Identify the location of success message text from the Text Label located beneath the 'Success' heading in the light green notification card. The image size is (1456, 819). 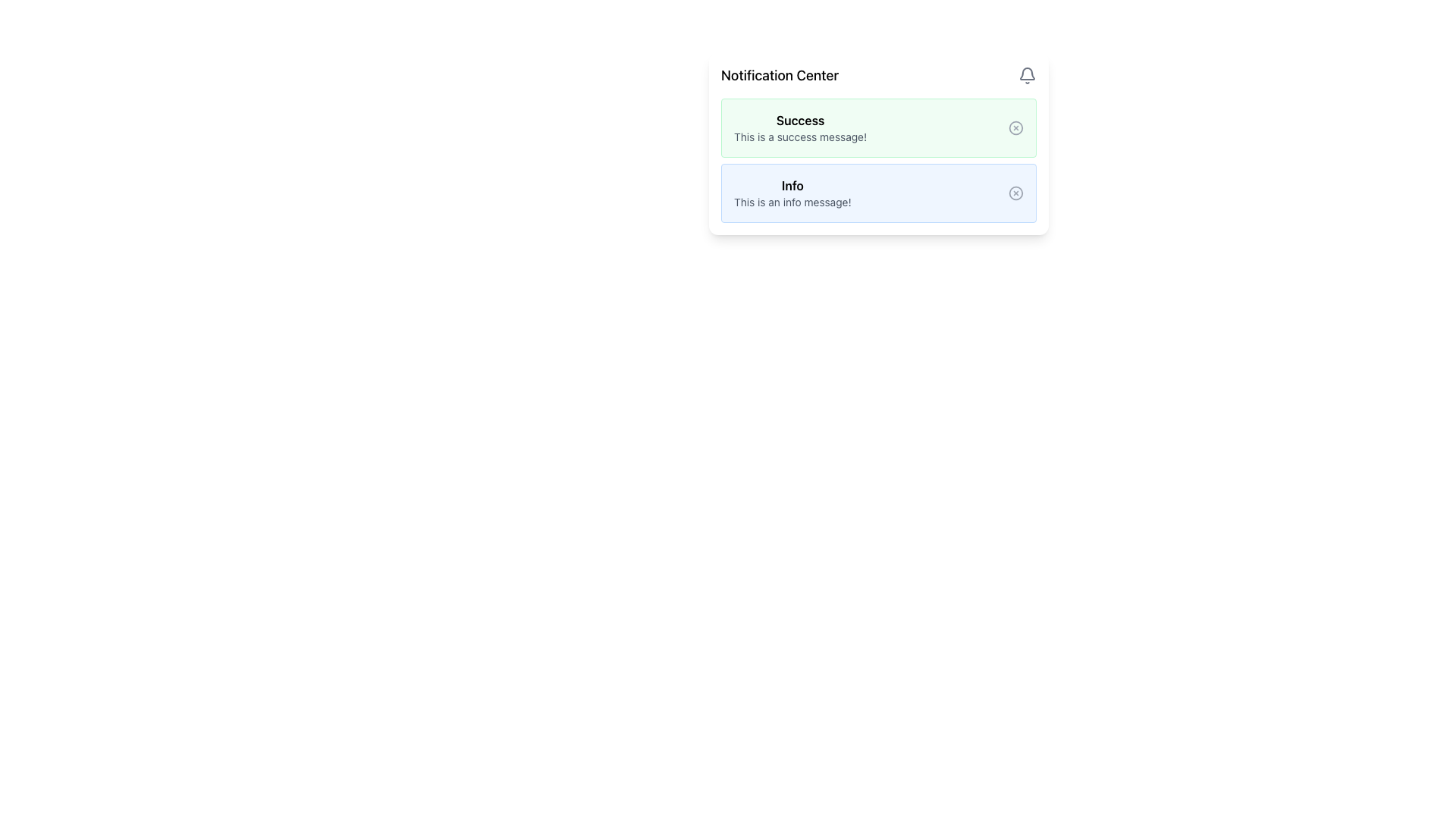
(799, 137).